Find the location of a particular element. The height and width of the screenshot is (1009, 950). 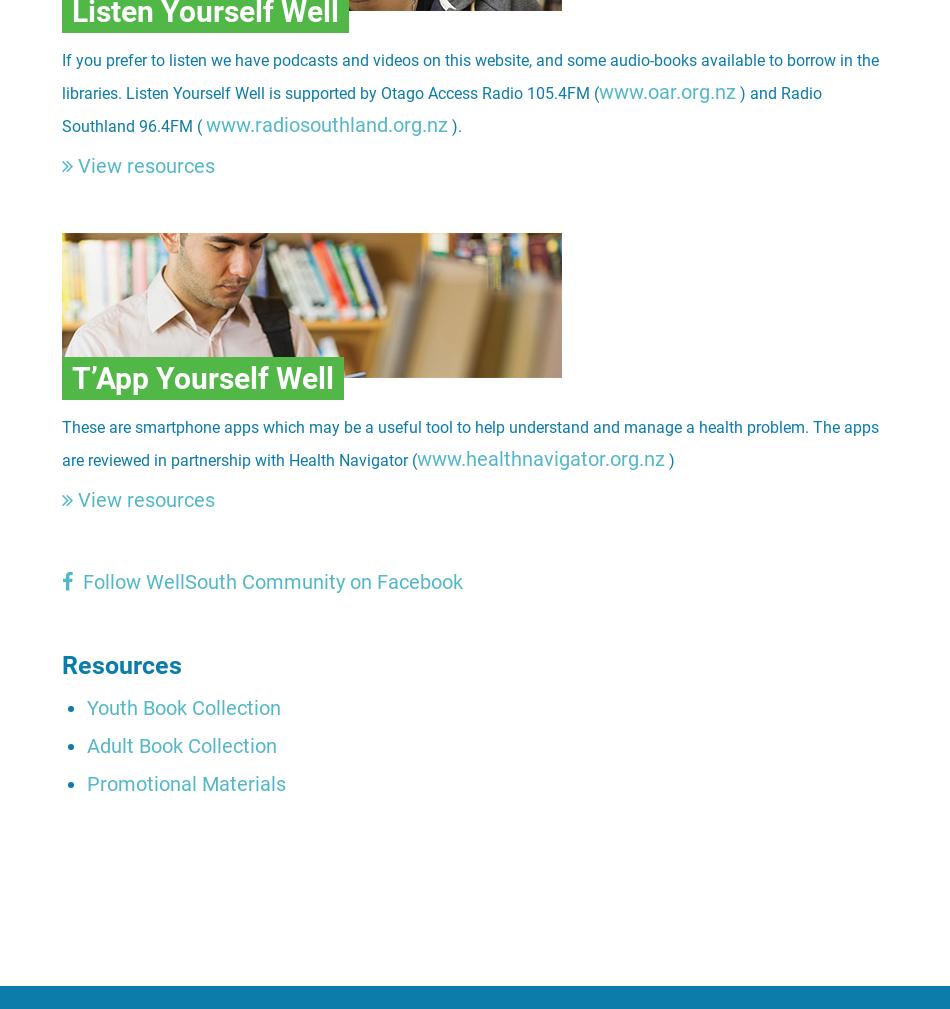

'www.radiosouthland.org.nz' is located at coordinates (325, 124).